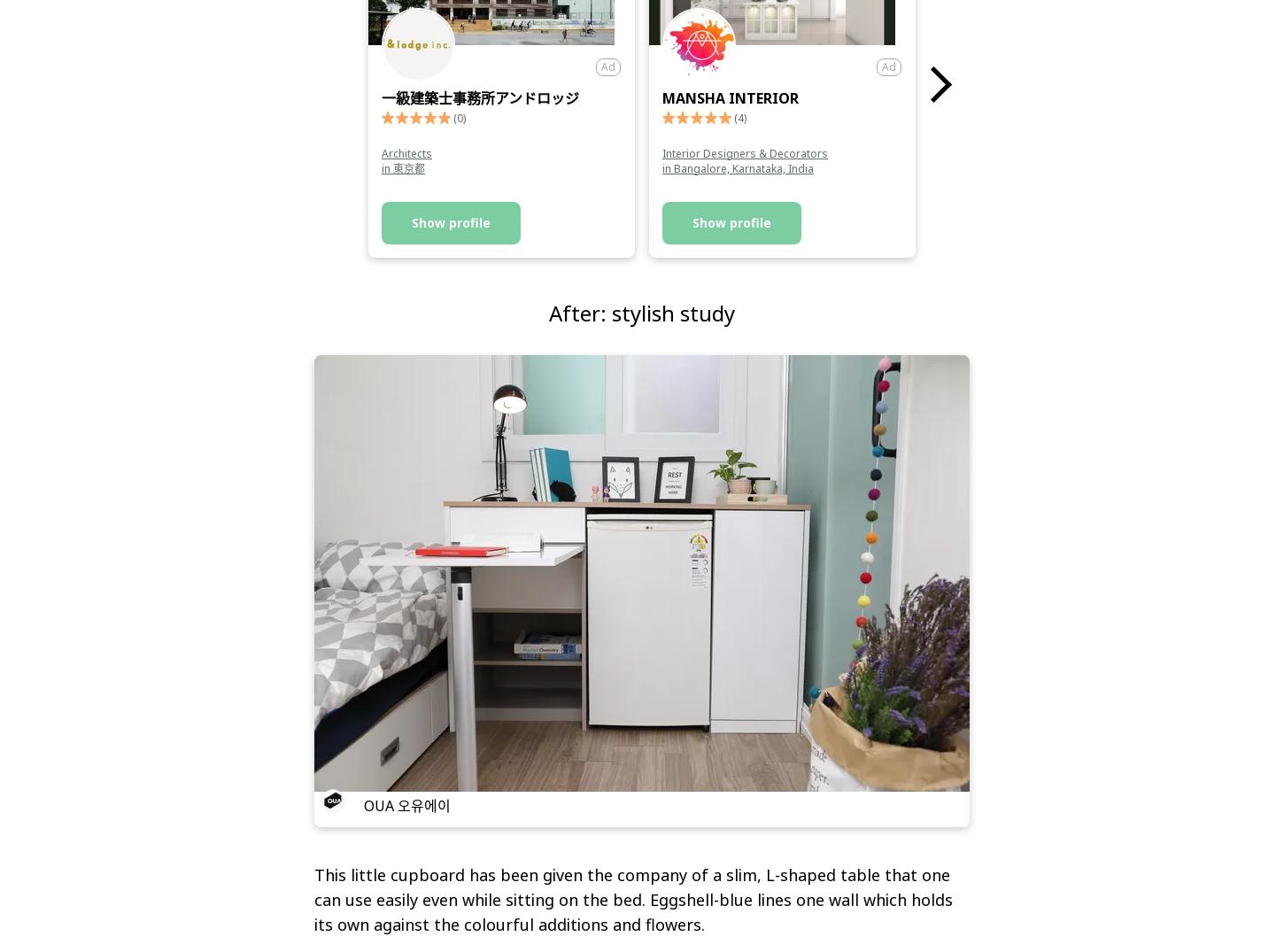  Describe the element at coordinates (380, 167) in the screenshot. I see `'in 東京都'` at that location.